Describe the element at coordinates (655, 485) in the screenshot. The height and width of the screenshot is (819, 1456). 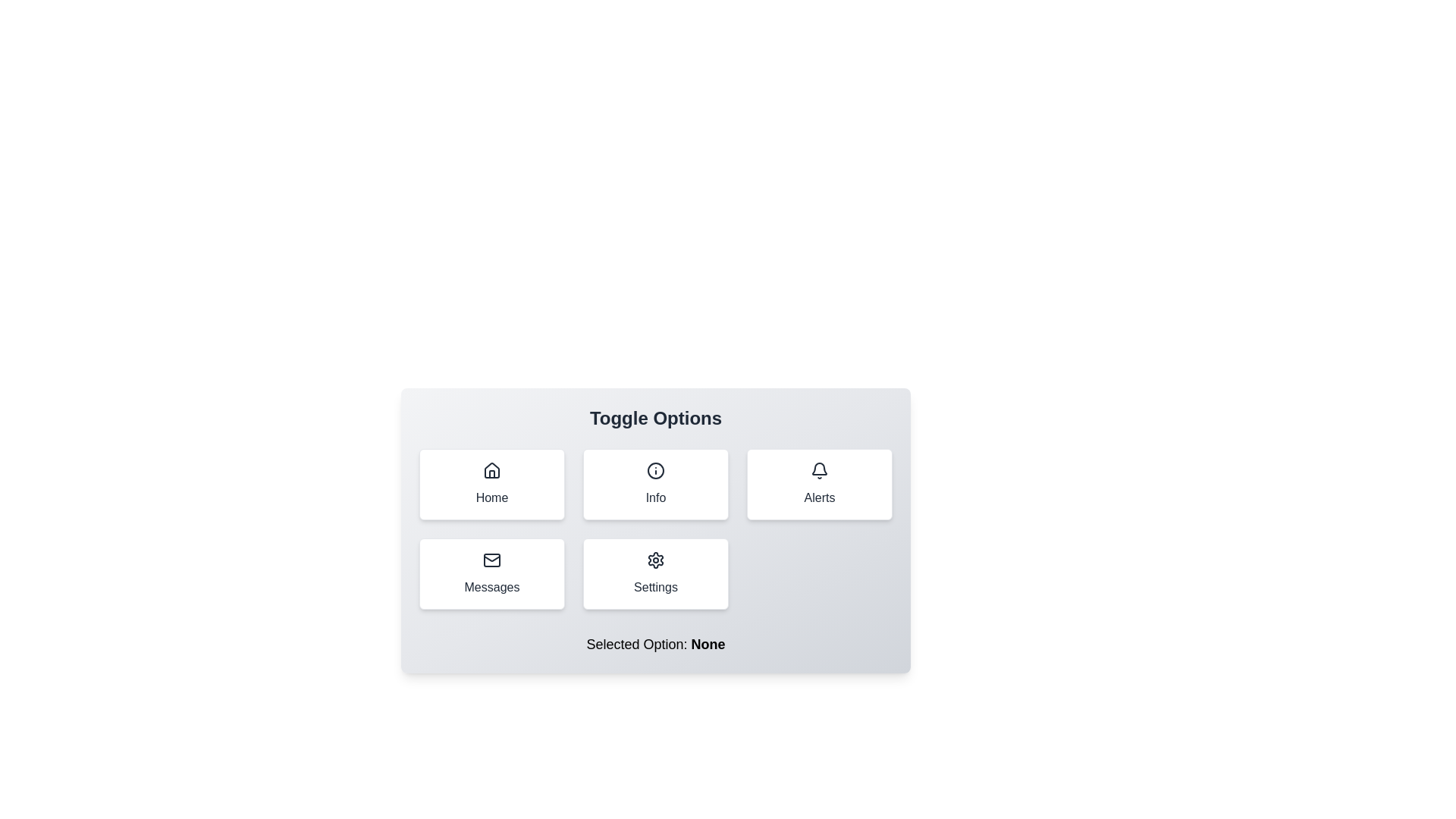
I see `the interactive button located in the center of the grid layout, positioned in the second column of the first row` at that location.